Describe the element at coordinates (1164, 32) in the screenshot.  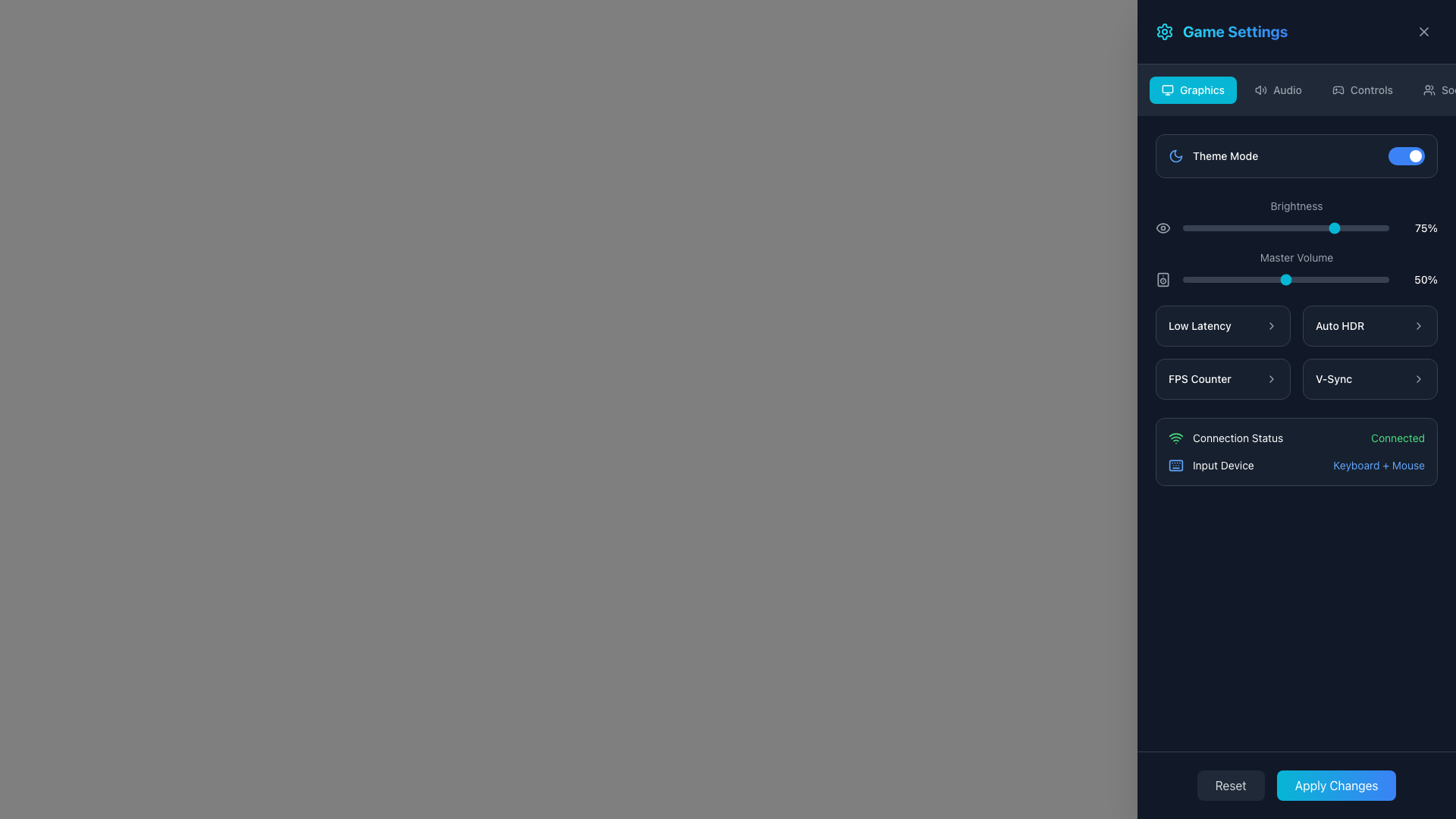
I see `the cogwheel icon` at that location.